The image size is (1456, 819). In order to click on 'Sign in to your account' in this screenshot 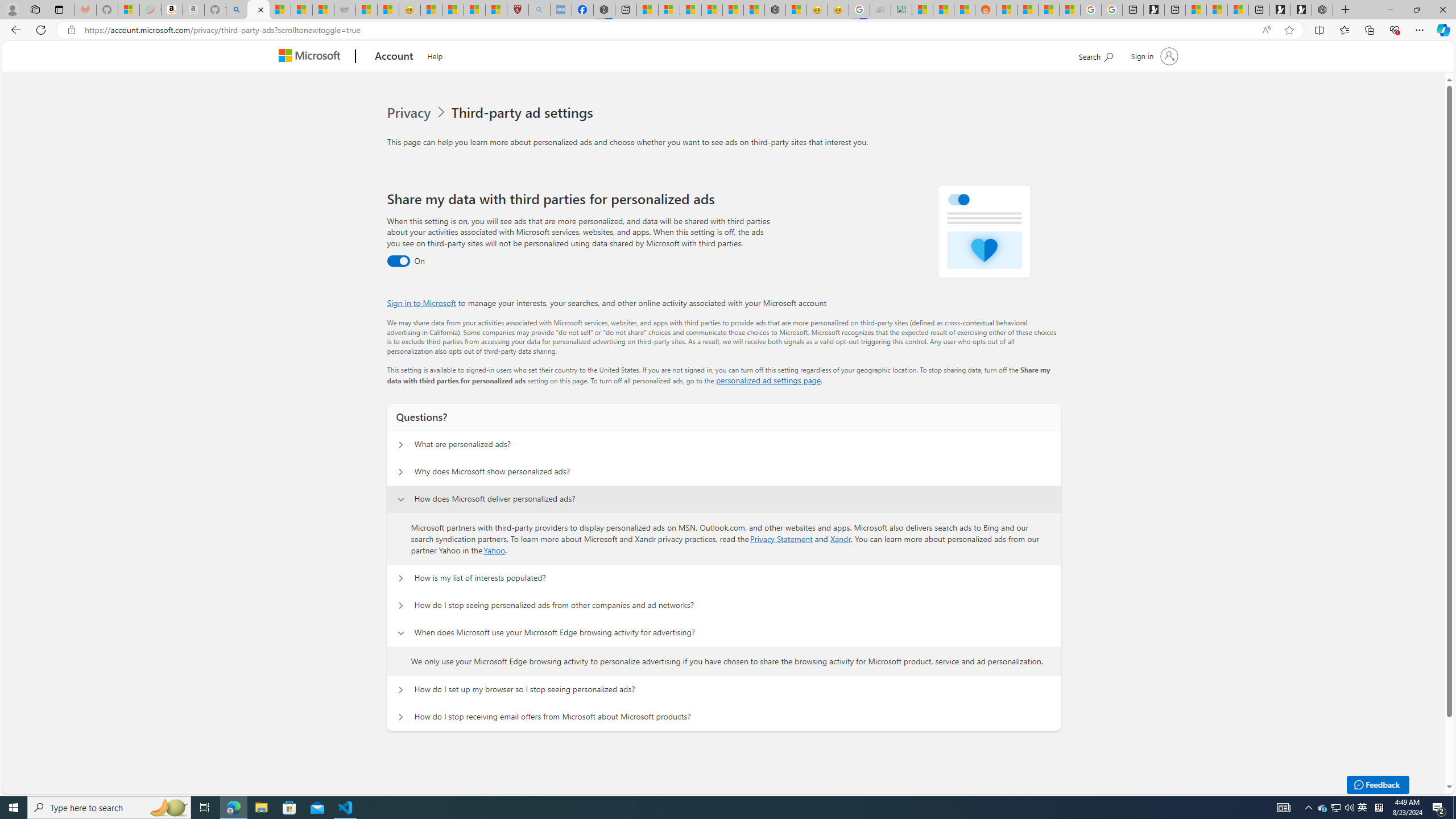, I will do `click(1152, 55)`.